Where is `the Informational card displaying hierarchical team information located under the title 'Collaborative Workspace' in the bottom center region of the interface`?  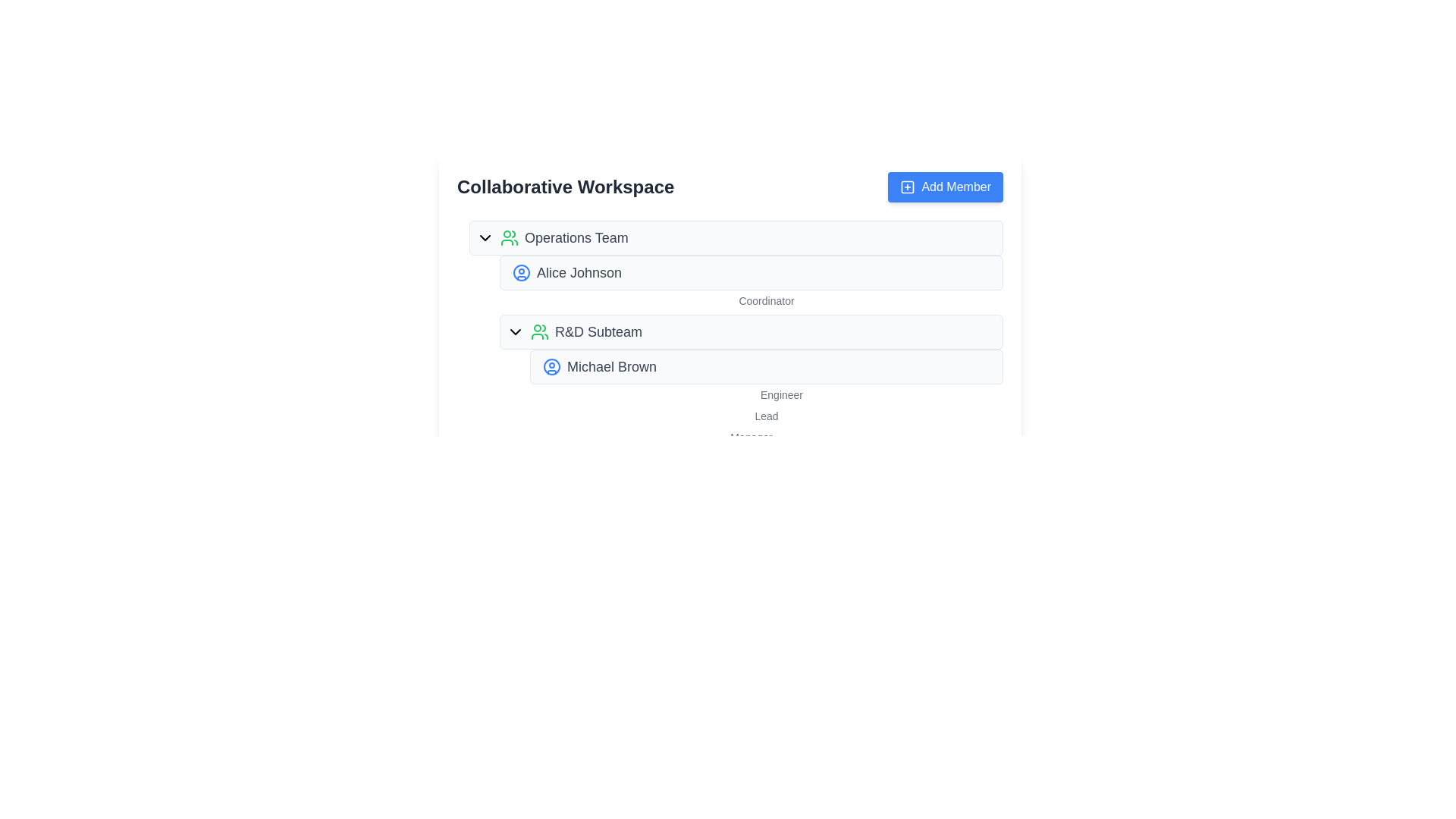
the Informational card displaying hierarchical team information located under the title 'Collaborative Workspace' in the bottom center region of the interface is located at coordinates (730, 332).